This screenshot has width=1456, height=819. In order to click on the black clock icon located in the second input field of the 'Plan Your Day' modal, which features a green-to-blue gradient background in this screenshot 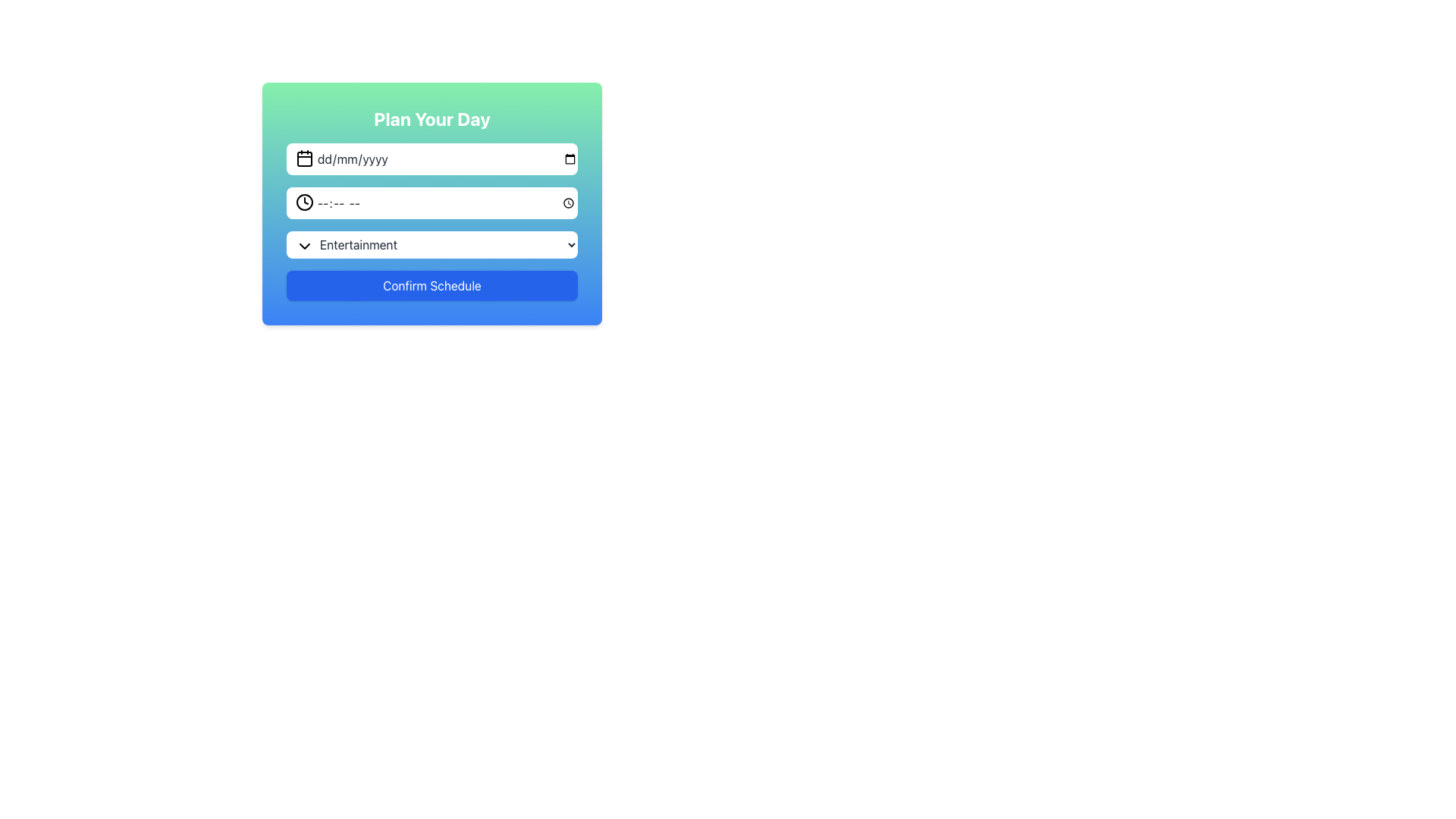, I will do `click(304, 201)`.